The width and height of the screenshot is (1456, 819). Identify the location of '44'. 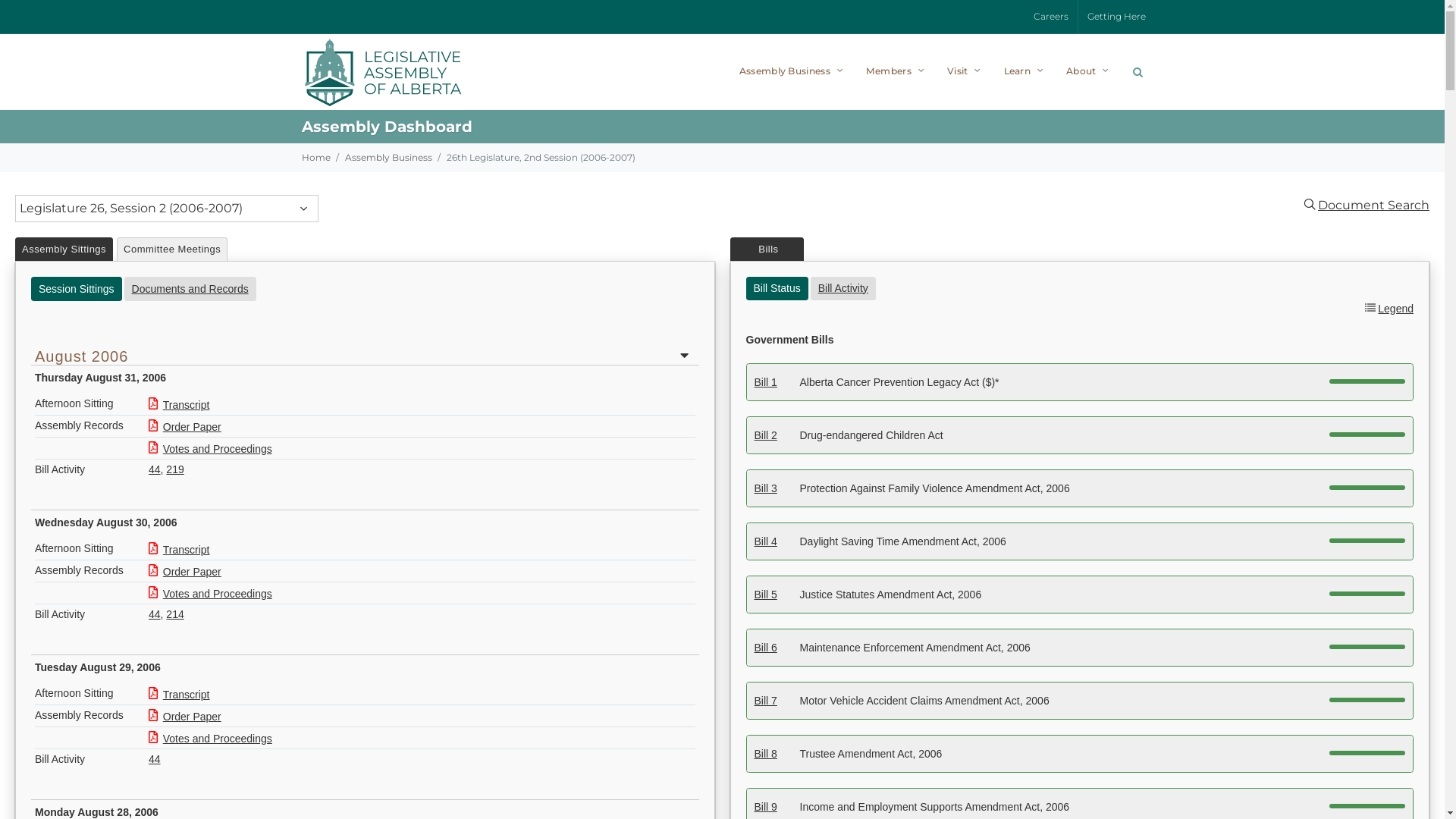
(149, 467).